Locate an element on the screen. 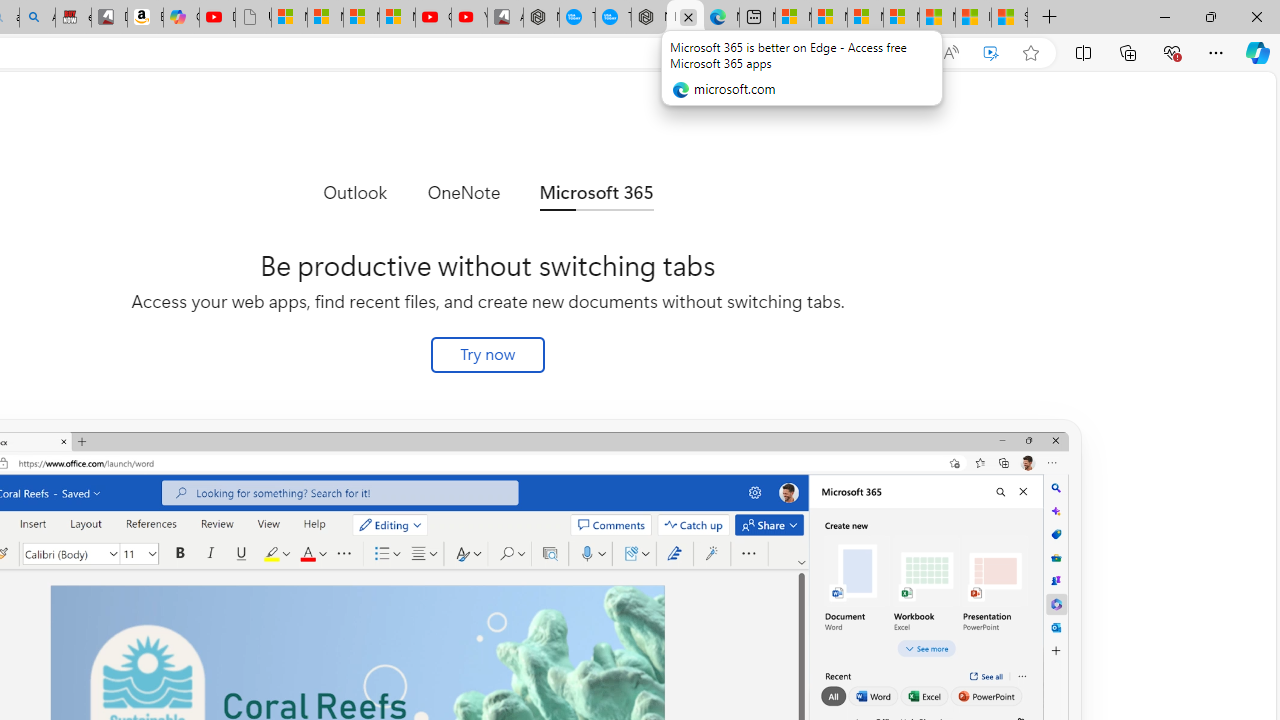 This screenshot has height=720, width=1280. 'Microsoft Start' is located at coordinates (936, 17).